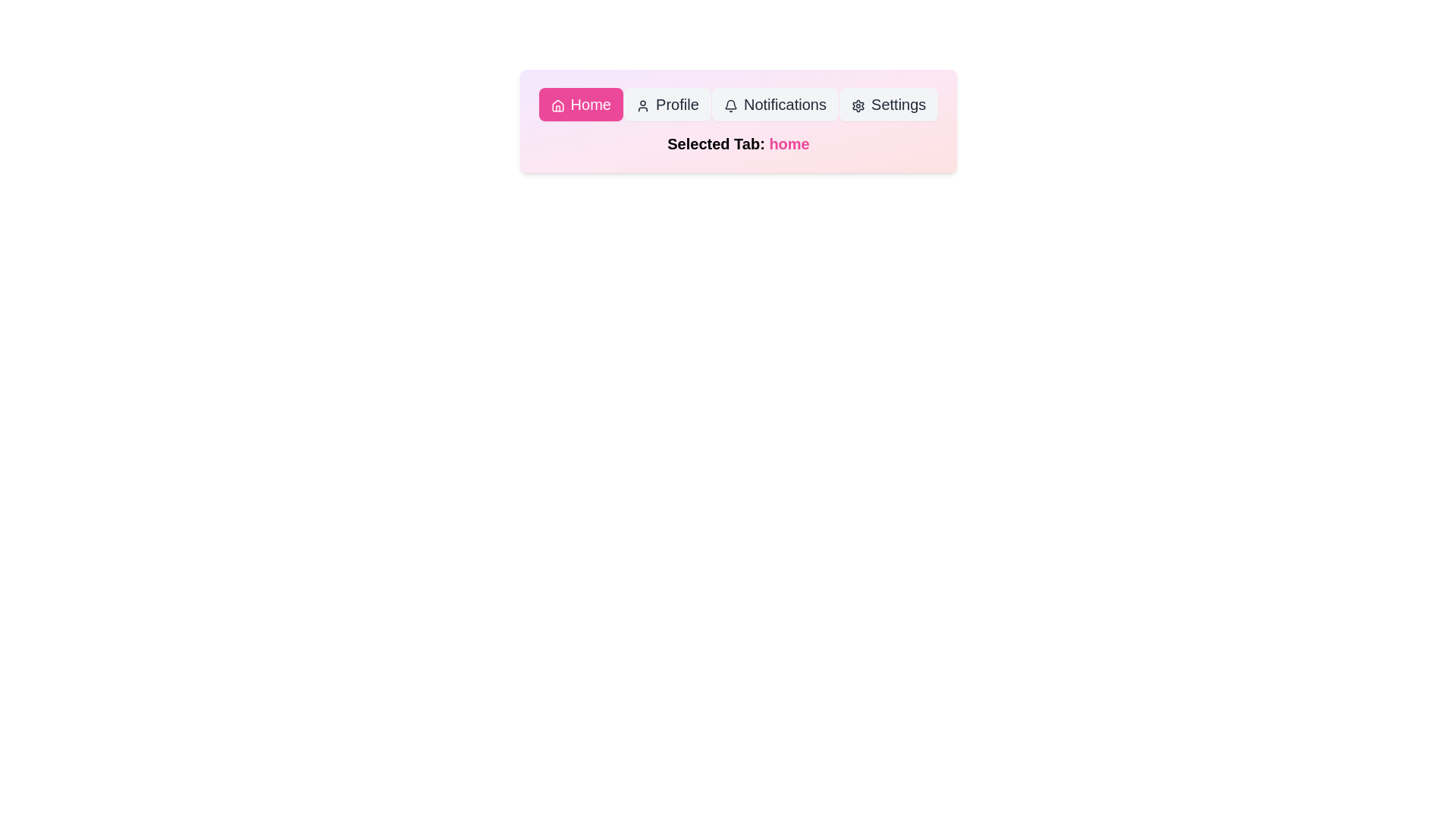  What do you see at coordinates (858, 105) in the screenshot?
I see `the gear icon representing the settings option` at bounding box center [858, 105].